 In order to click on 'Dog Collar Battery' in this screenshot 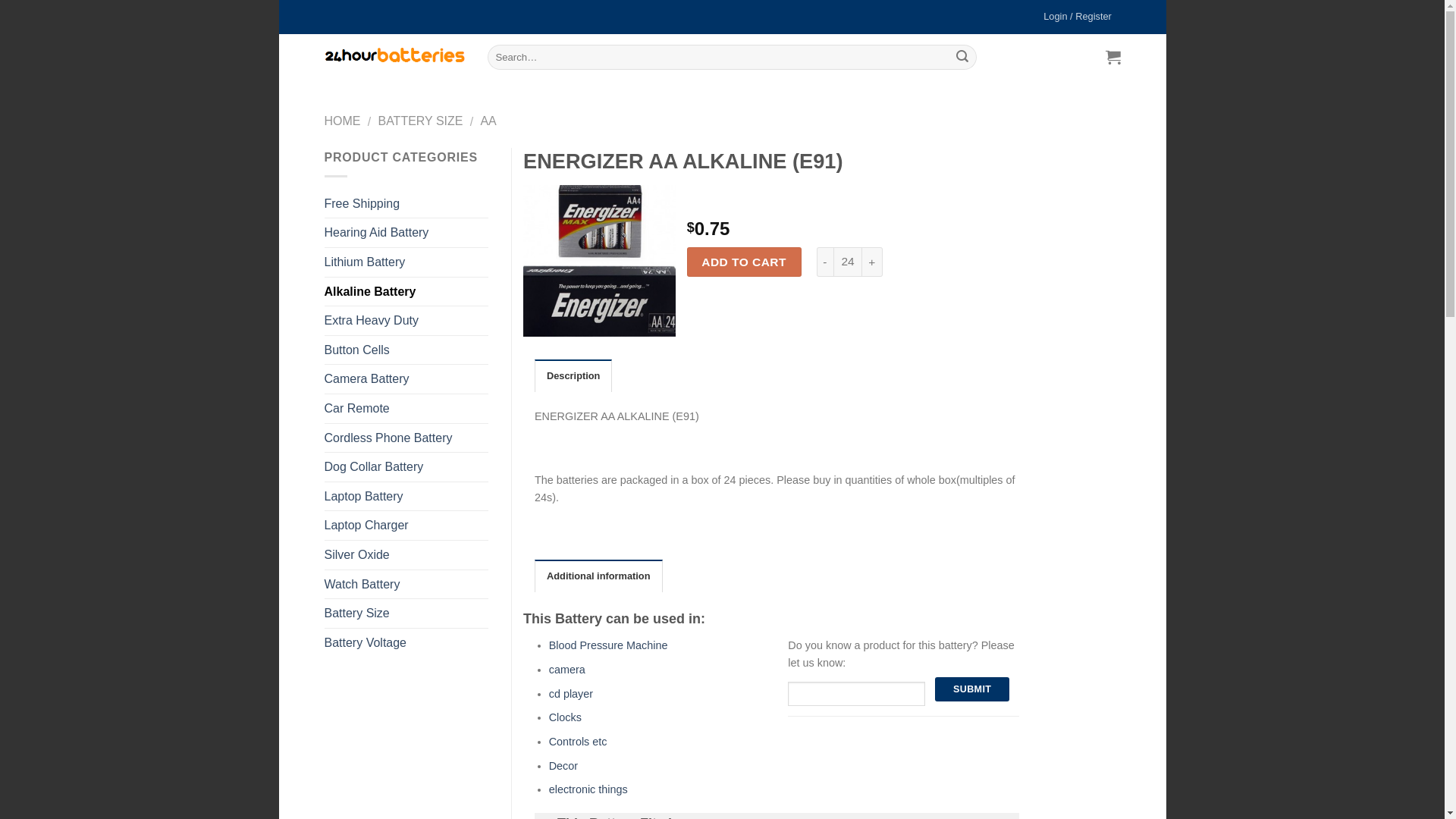, I will do `click(406, 466)`.